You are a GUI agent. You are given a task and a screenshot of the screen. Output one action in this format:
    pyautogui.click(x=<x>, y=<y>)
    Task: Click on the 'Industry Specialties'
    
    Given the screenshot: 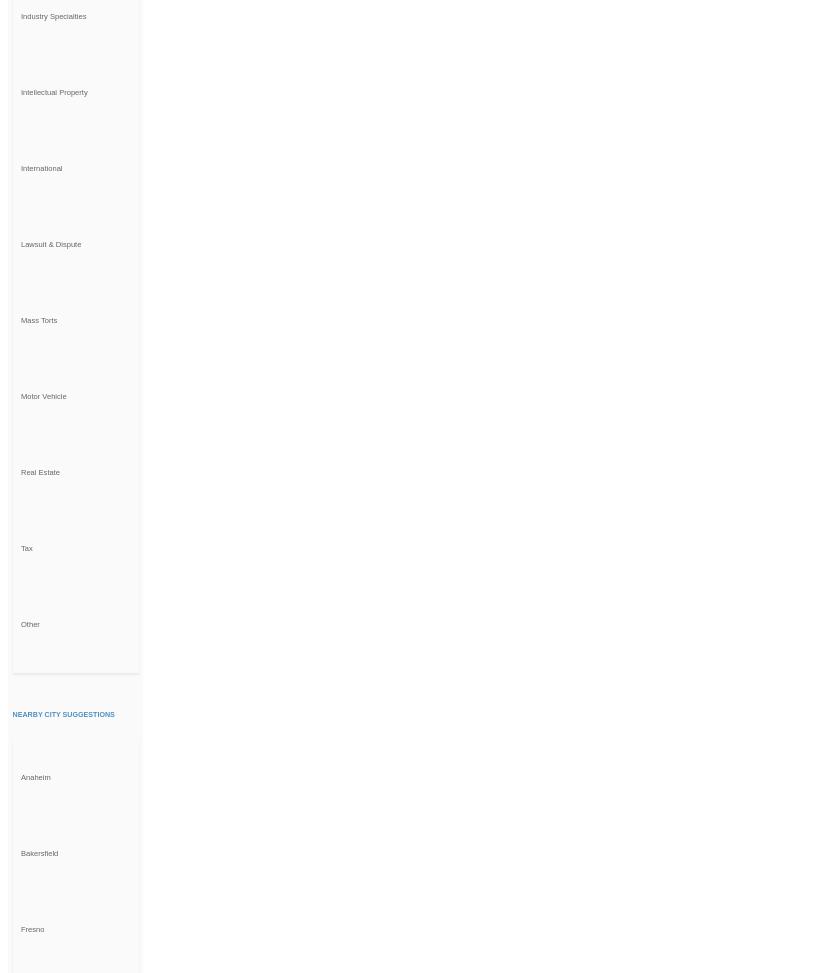 What is the action you would take?
    pyautogui.click(x=53, y=15)
    